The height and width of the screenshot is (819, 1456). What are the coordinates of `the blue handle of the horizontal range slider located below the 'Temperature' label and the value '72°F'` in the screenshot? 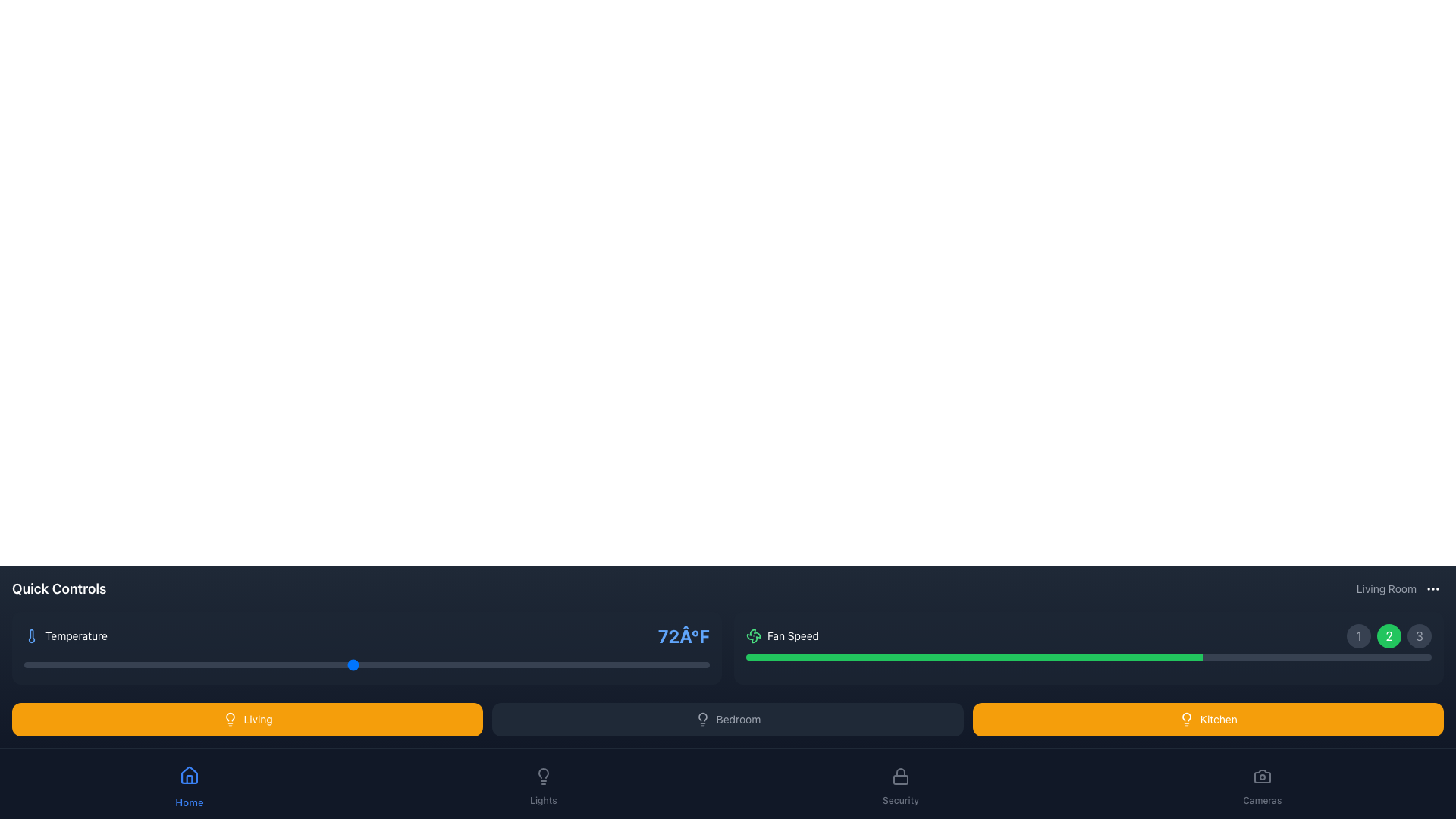 It's located at (367, 664).